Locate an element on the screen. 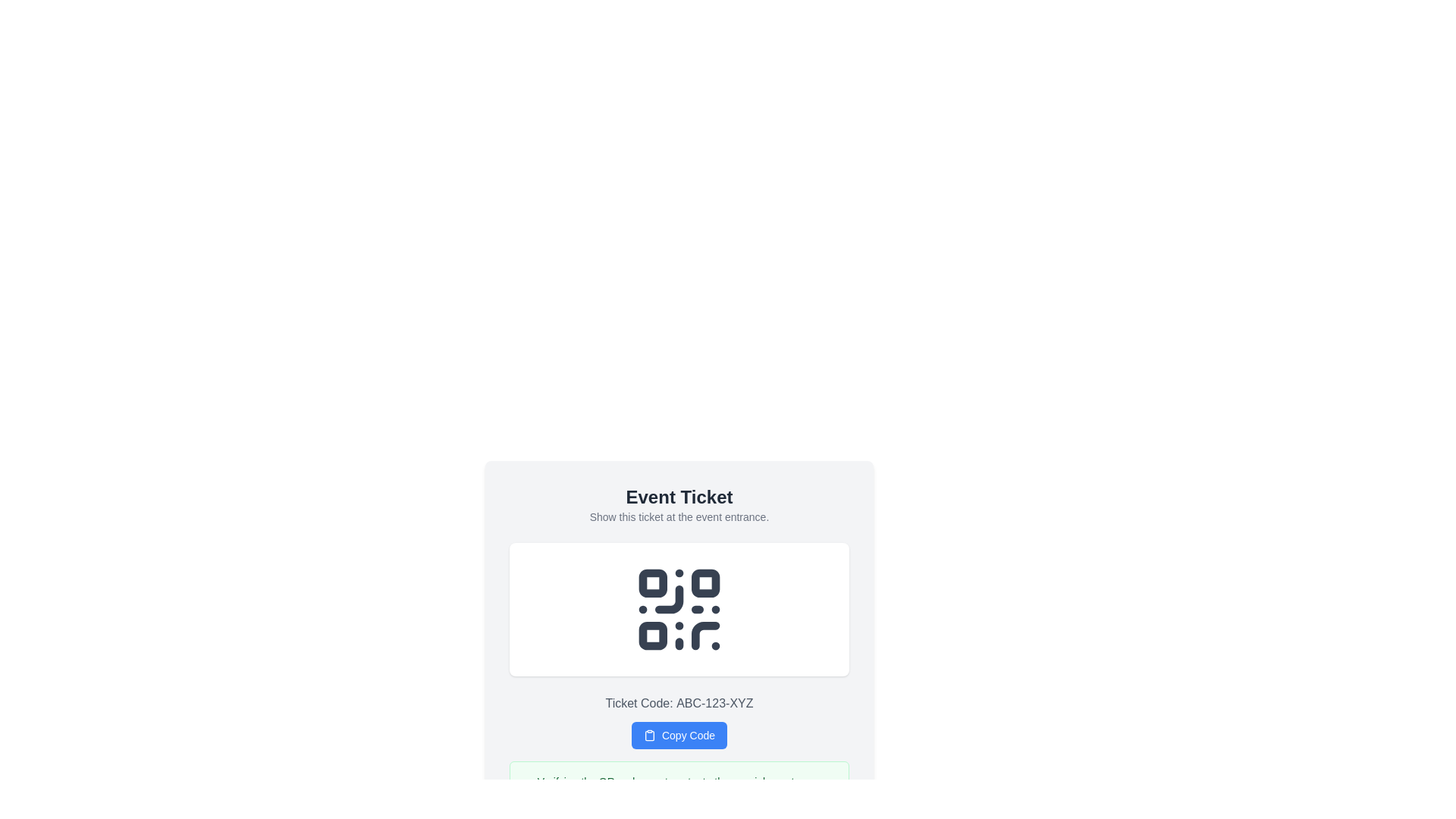 This screenshot has width=1456, height=819. the graphic element located in the top-right corner of the QR code, specifically the second square from the top-left among the smaller squares forming the QR code is located at coordinates (704, 582).